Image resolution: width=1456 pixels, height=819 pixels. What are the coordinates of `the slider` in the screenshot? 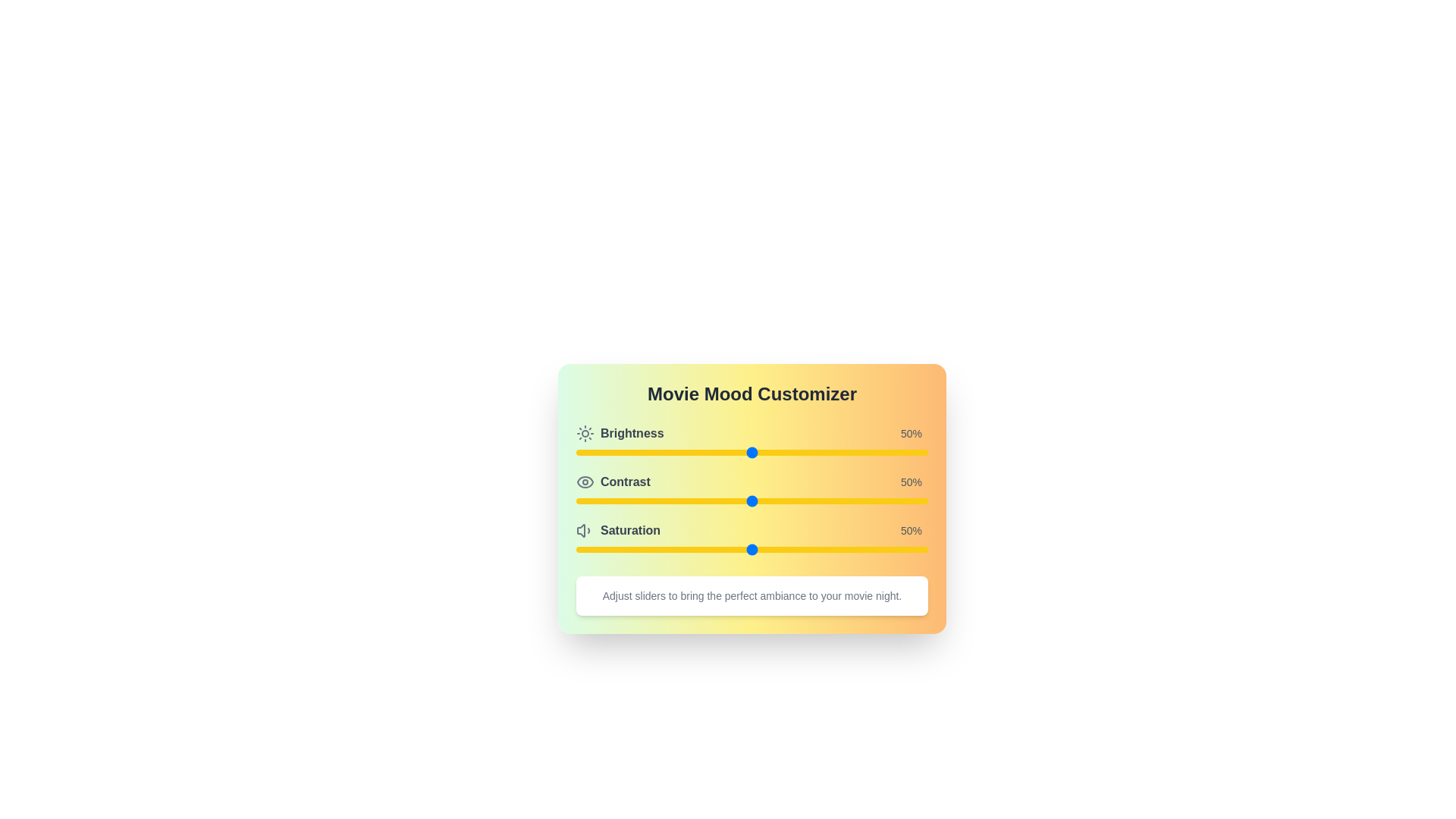 It's located at (657, 550).